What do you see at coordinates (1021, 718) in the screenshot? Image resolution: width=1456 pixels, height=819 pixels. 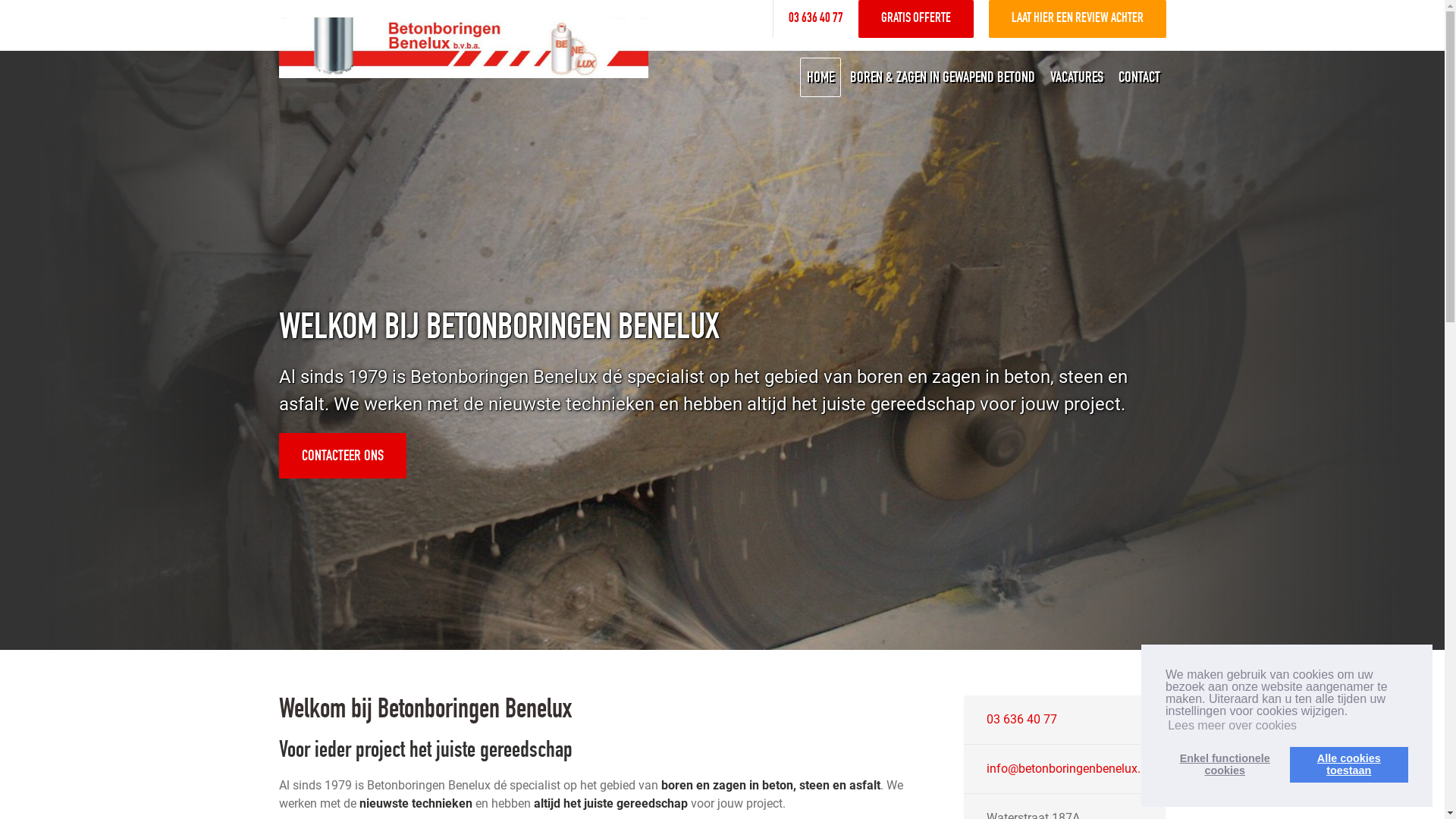 I see `'03 636 40 77'` at bounding box center [1021, 718].